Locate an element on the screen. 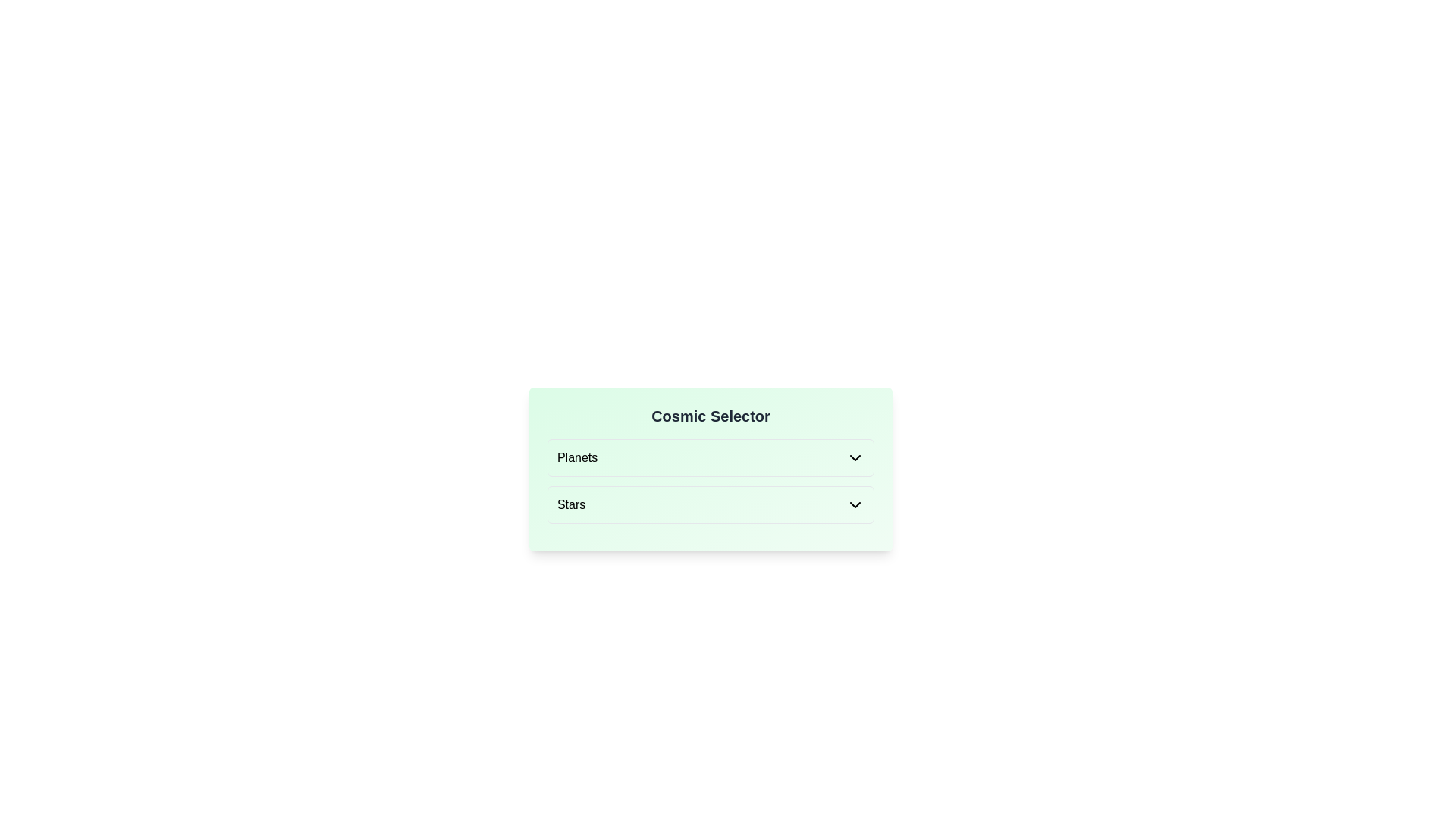 The width and height of the screenshot is (1456, 819). the dropdown menu labeled 'Planets' is located at coordinates (710, 457).